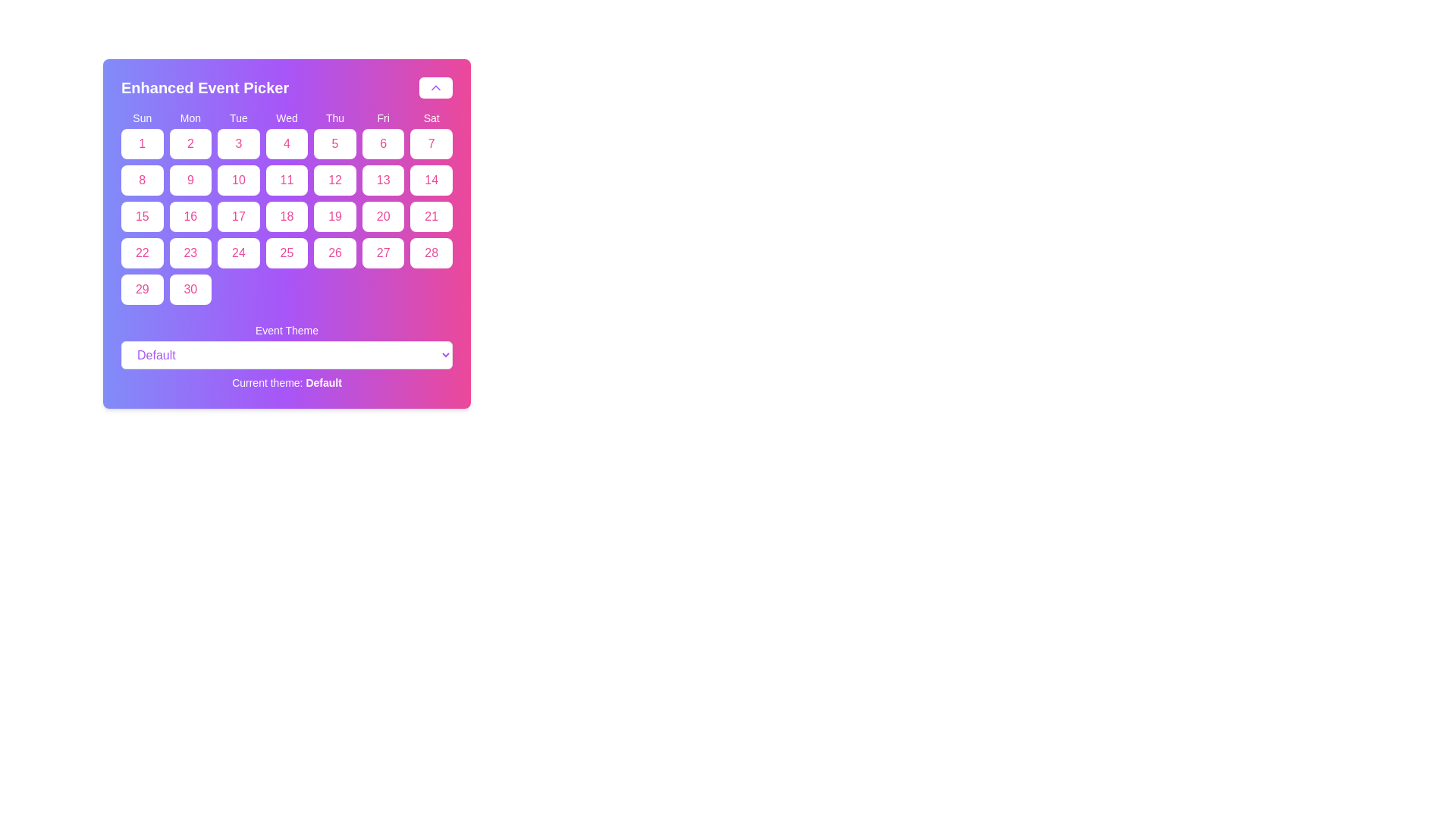  What do you see at coordinates (287, 207) in the screenshot?
I see `a date in the interactive calendar grid displayed in the 'Enhanced Event Picker'` at bounding box center [287, 207].